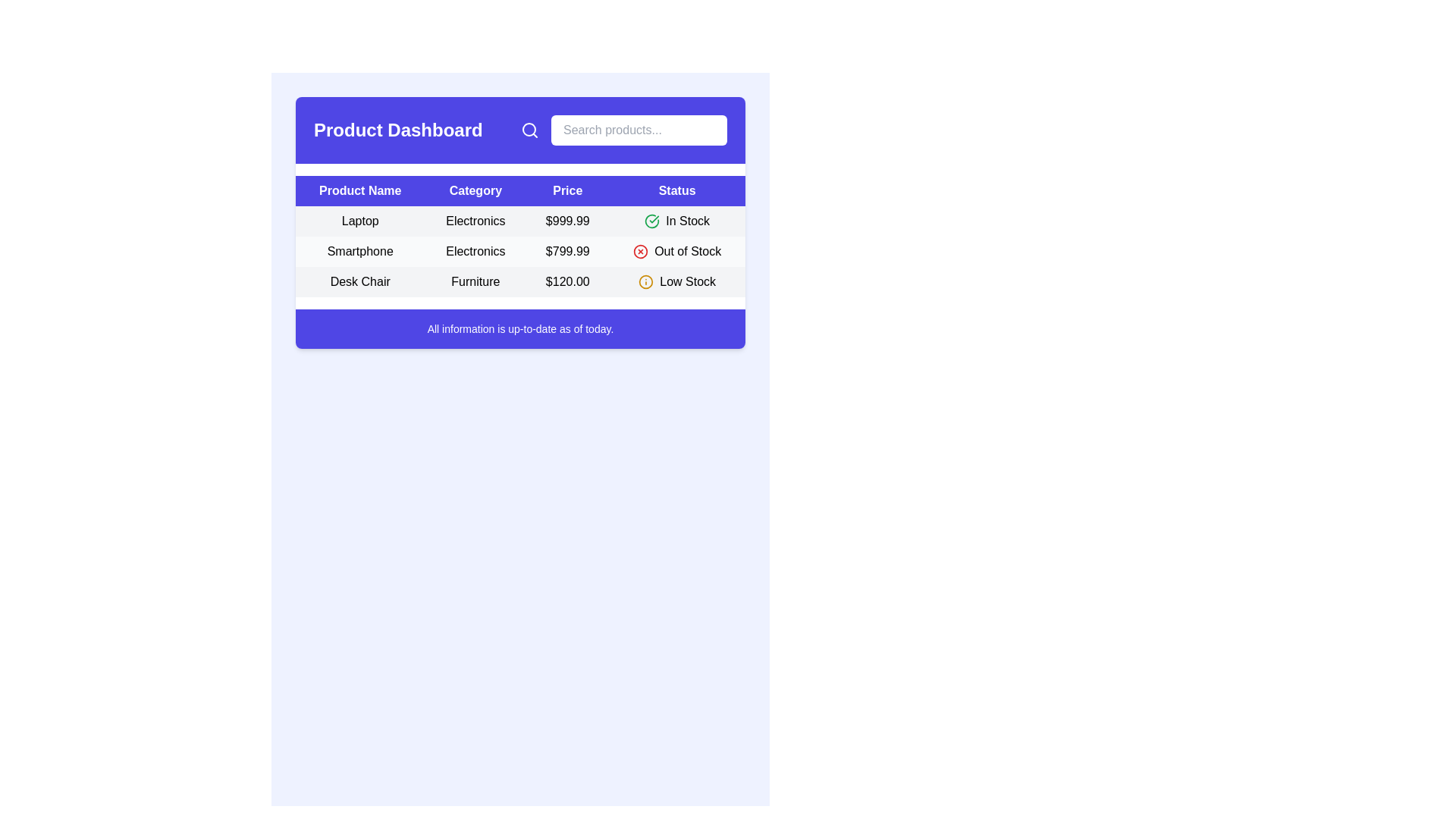 The image size is (1456, 819). I want to click on related details within the first product row in the table that displays 'Laptop' under 'Product Name', 'Electronics' under 'Category', '$999.99' under 'Price', and 'In Stock' under 'Status' if hyperlinks are present, so click(520, 221).